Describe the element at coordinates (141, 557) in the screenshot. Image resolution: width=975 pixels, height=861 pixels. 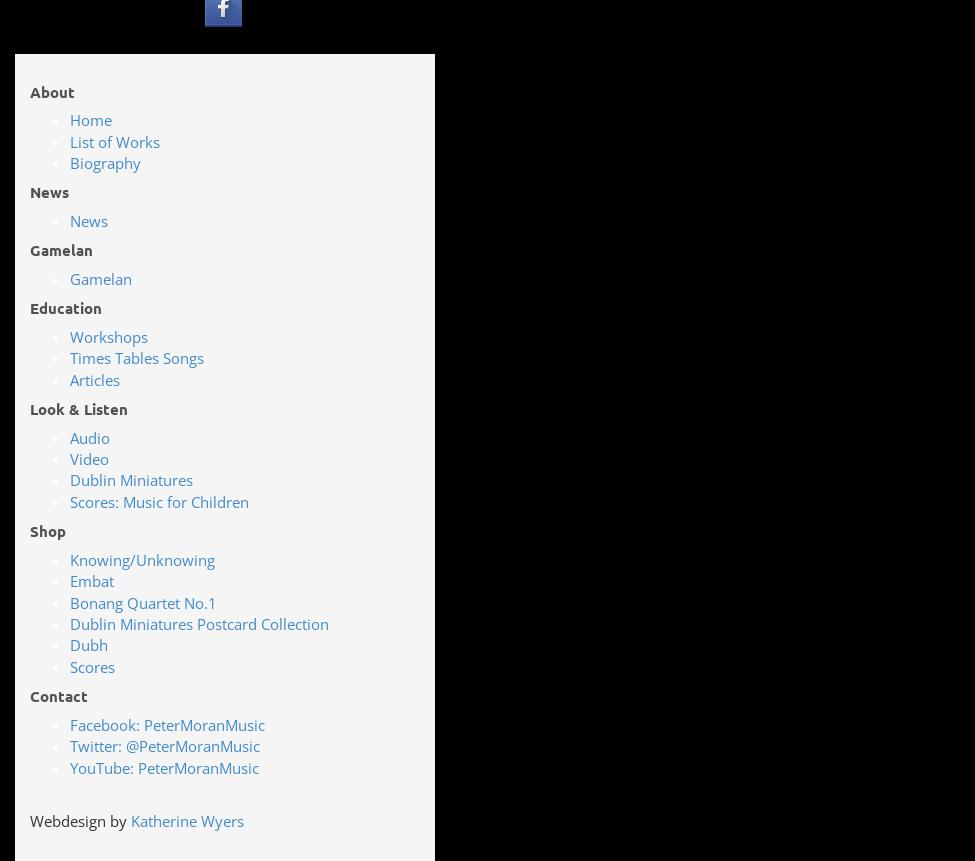
I see `'Knowing/Unknowing'` at that location.